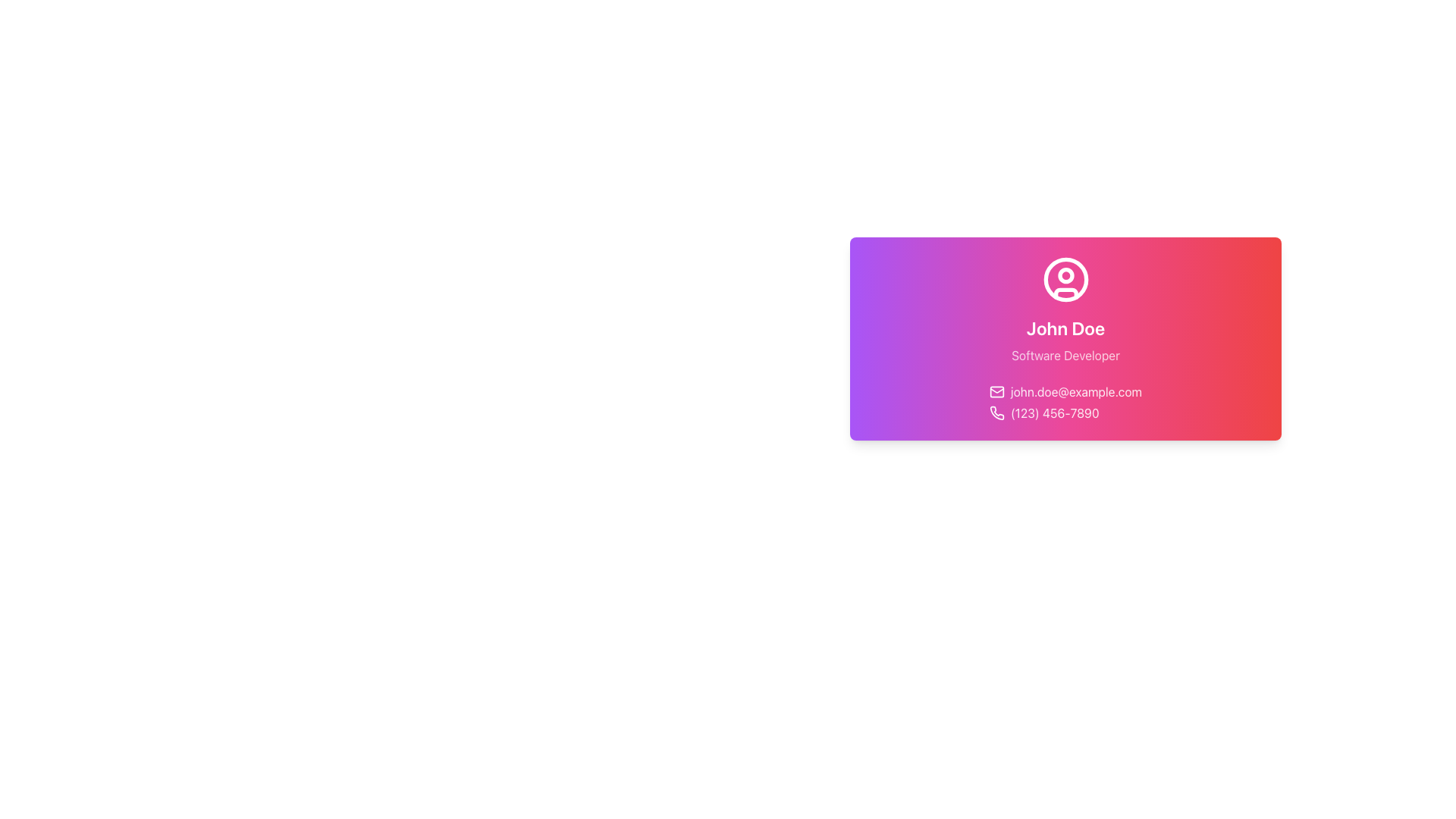 The image size is (1456, 819). I want to click on the Contact Information Block element that displays an email address and a phone number, located at the bottom section of the card component, so click(1065, 402).